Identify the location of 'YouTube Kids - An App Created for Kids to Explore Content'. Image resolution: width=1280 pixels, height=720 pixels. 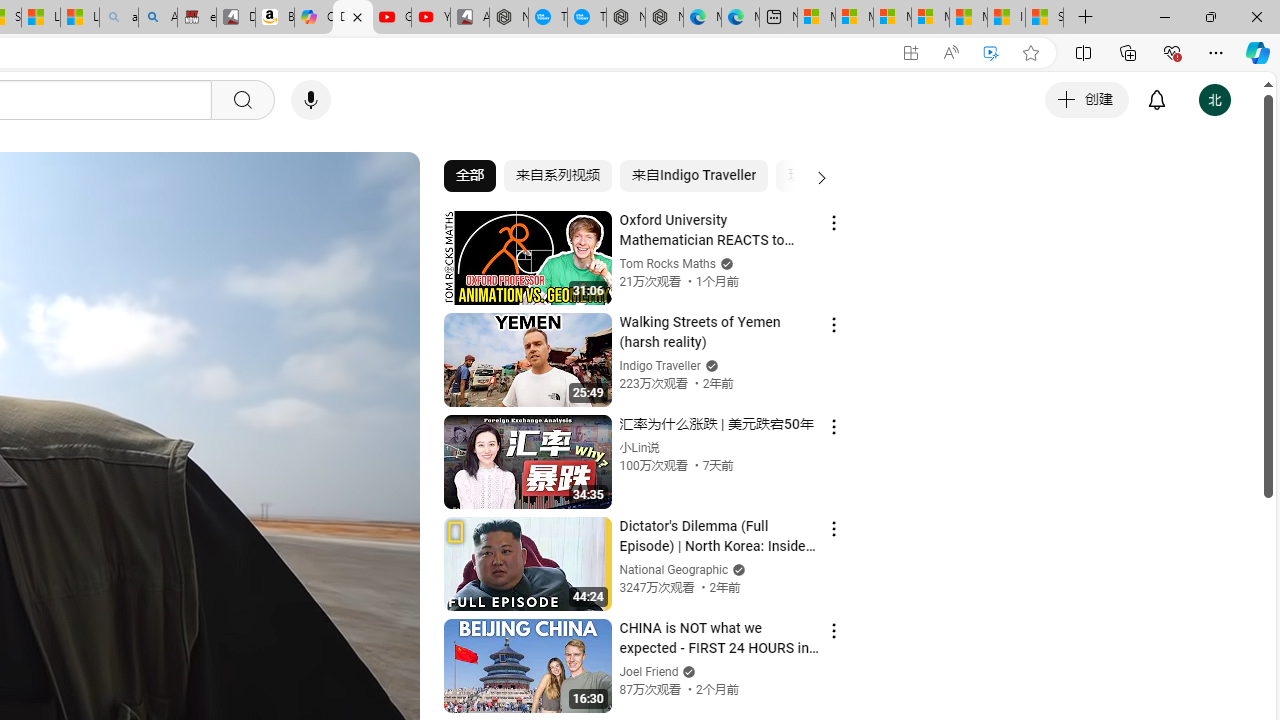
(430, 17).